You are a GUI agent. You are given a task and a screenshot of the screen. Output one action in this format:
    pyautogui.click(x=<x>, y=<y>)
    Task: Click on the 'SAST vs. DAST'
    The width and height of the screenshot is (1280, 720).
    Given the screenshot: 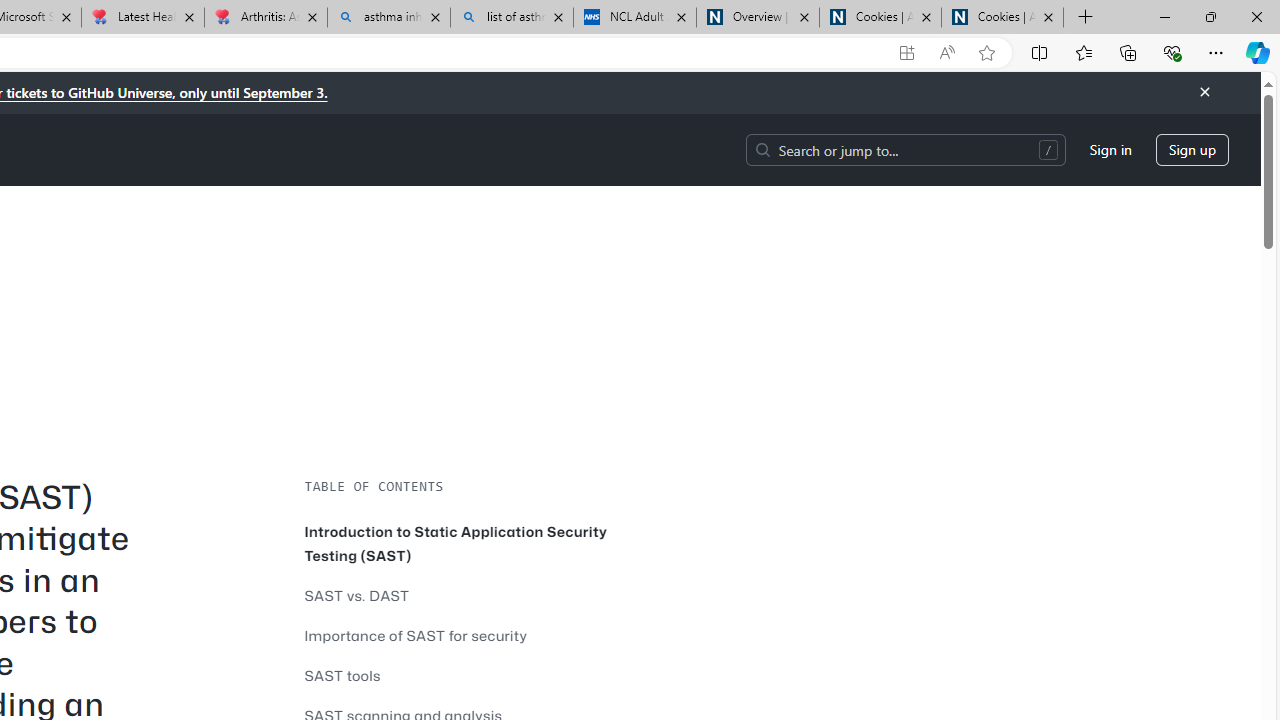 What is the action you would take?
    pyautogui.click(x=459, y=594)
    